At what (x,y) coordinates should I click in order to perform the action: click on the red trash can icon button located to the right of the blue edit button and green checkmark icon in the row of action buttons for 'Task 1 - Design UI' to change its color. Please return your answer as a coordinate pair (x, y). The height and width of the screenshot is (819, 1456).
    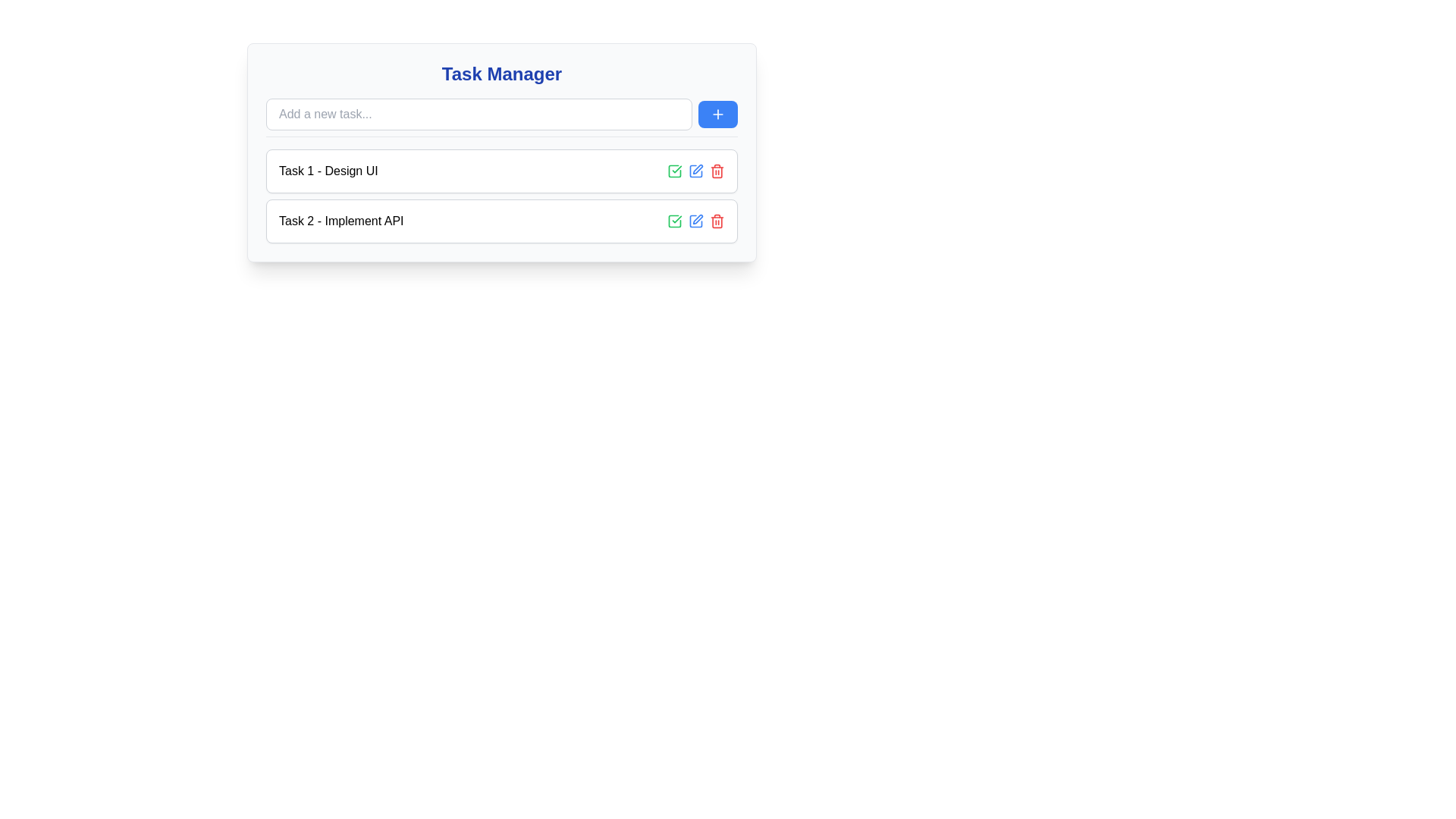
    Looking at the image, I should click on (716, 221).